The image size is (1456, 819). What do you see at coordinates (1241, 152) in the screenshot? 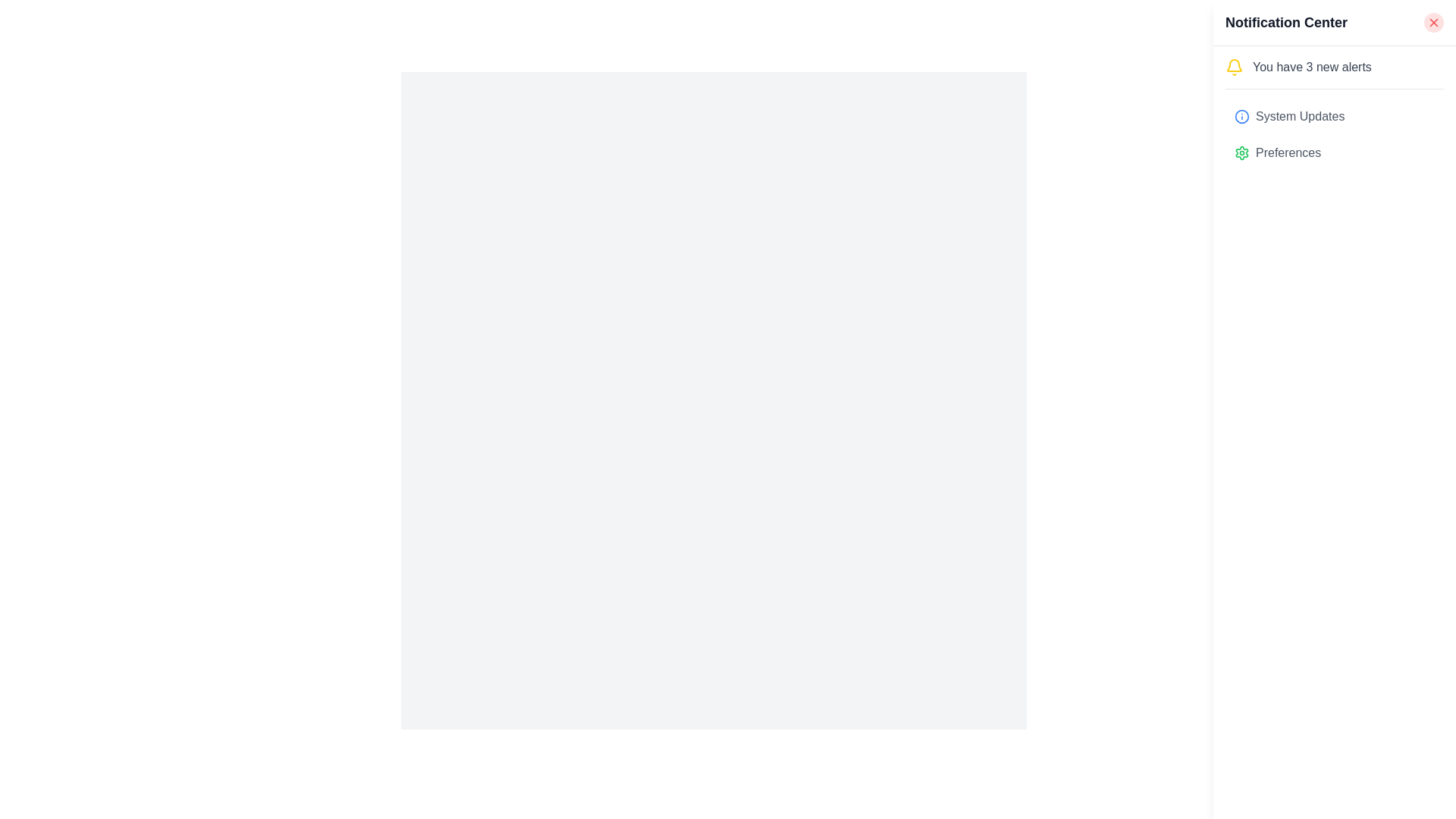
I see `the small gear-shaped icon with a green outline located to the left of the text 'Preferences'` at bounding box center [1241, 152].